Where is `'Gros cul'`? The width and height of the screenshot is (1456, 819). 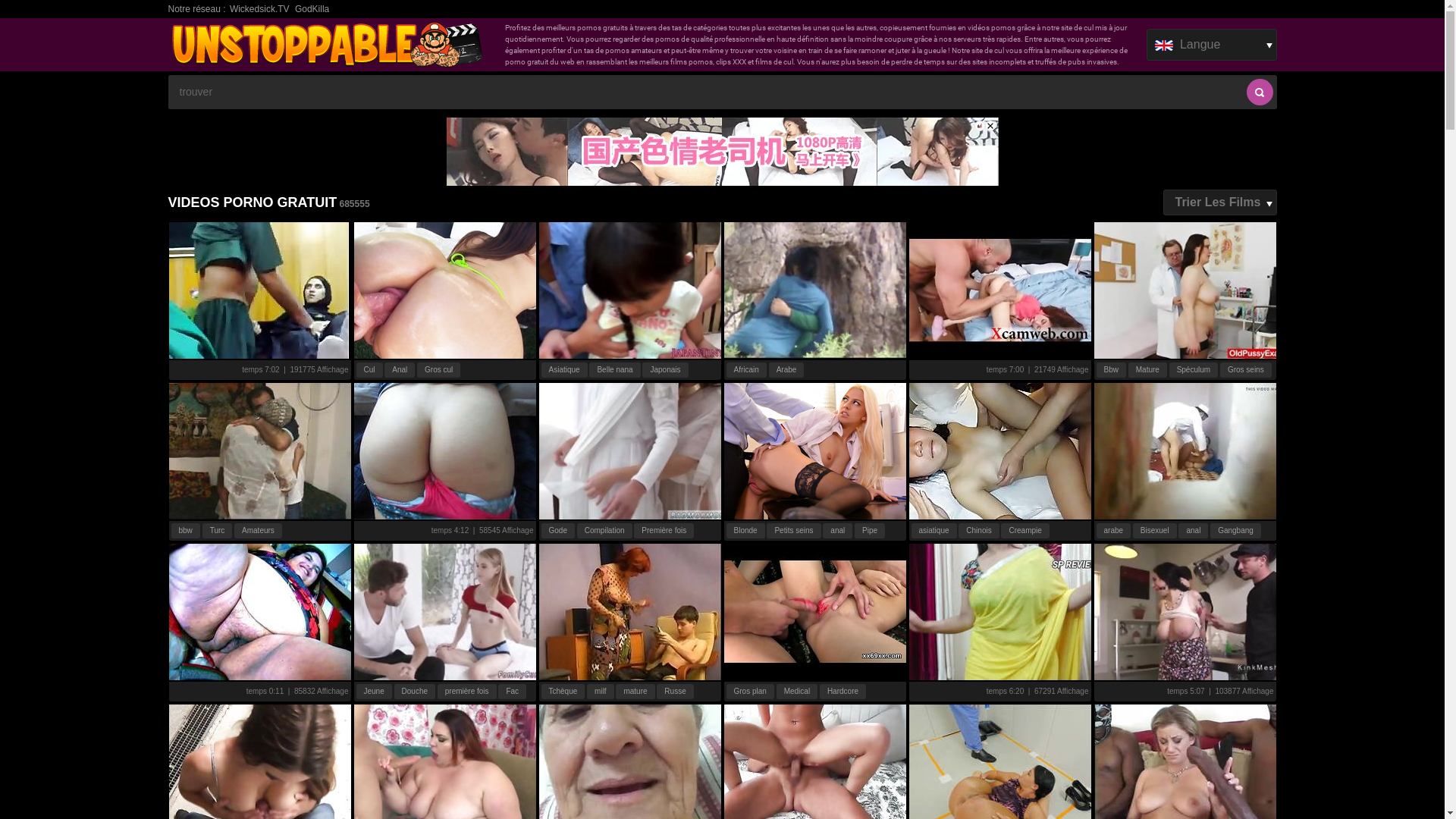
'Gros cul' is located at coordinates (438, 370).